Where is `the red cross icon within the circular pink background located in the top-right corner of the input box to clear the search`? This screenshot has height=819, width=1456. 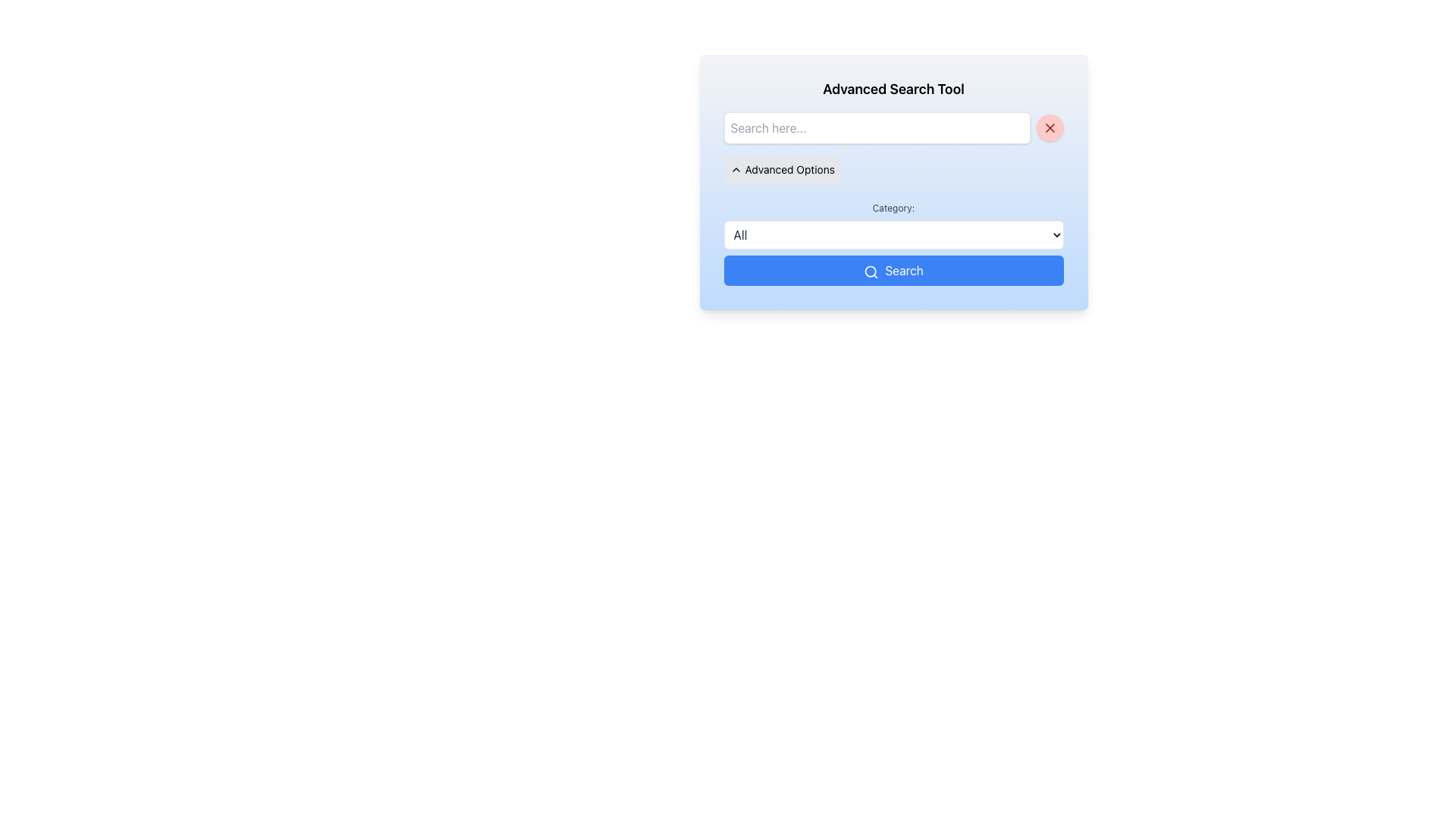
the red cross icon within the circular pink background located in the top-right corner of the input box to clear the search is located at coordinates (1049, 127).